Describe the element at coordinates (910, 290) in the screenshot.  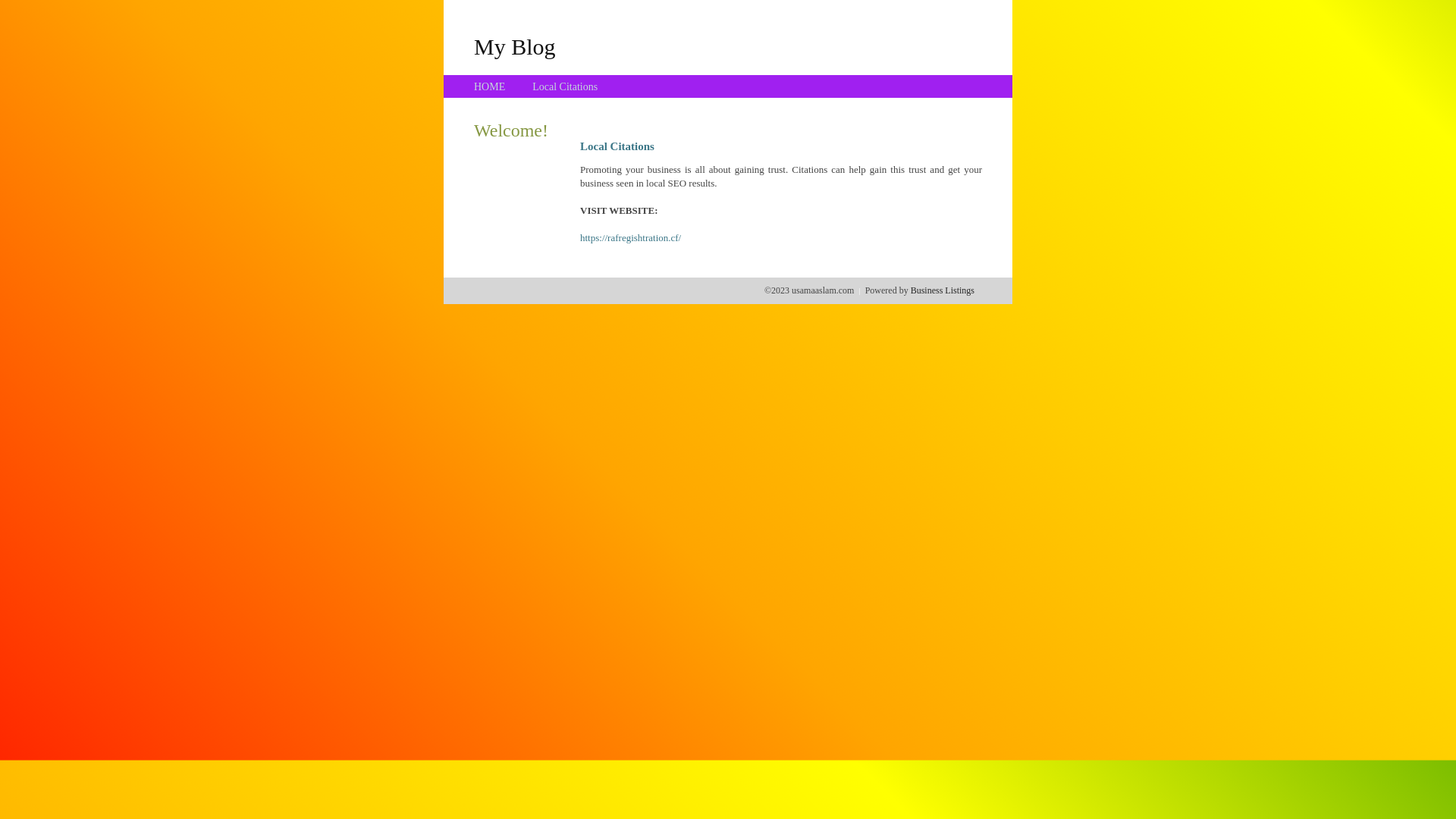
I see `'Business Listings'` at that location.